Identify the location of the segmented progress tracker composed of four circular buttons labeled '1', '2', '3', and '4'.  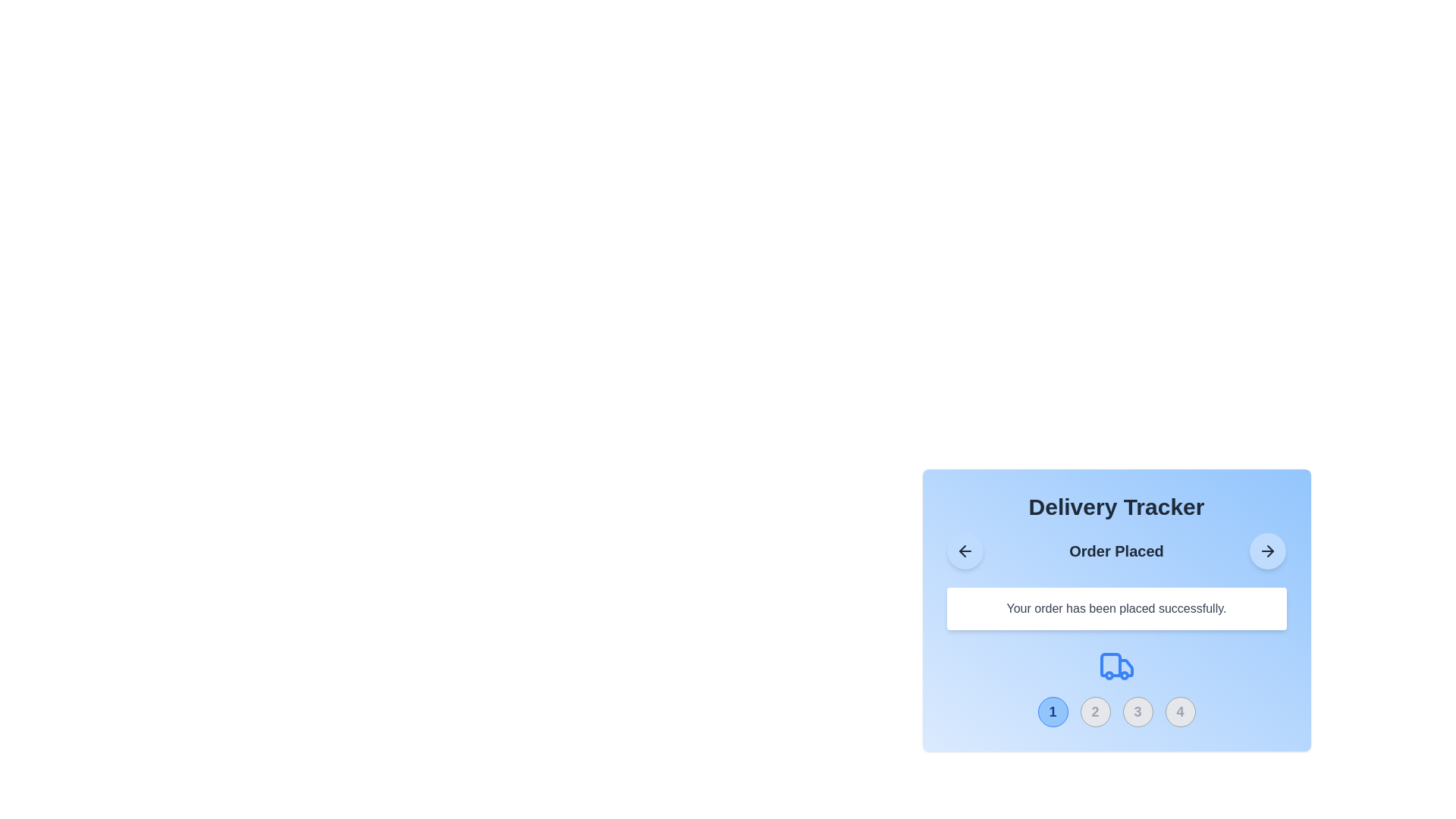
(1116, 711).